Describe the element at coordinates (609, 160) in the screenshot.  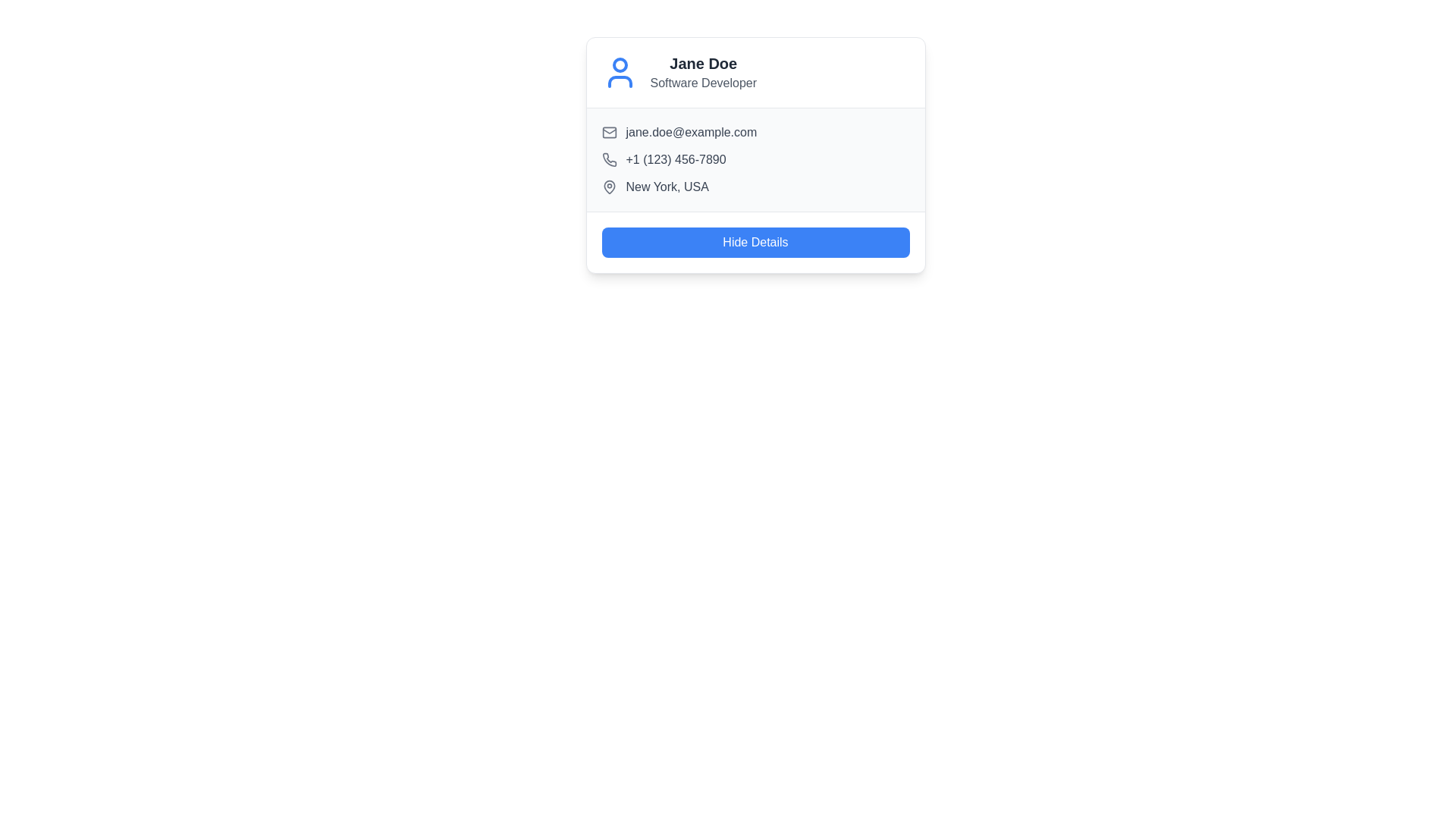
I see `the phone icon element, which is a small gray phone symbol with a modern design, located to the left of the phone number text '+1 (123) 456-7890'` at that location.